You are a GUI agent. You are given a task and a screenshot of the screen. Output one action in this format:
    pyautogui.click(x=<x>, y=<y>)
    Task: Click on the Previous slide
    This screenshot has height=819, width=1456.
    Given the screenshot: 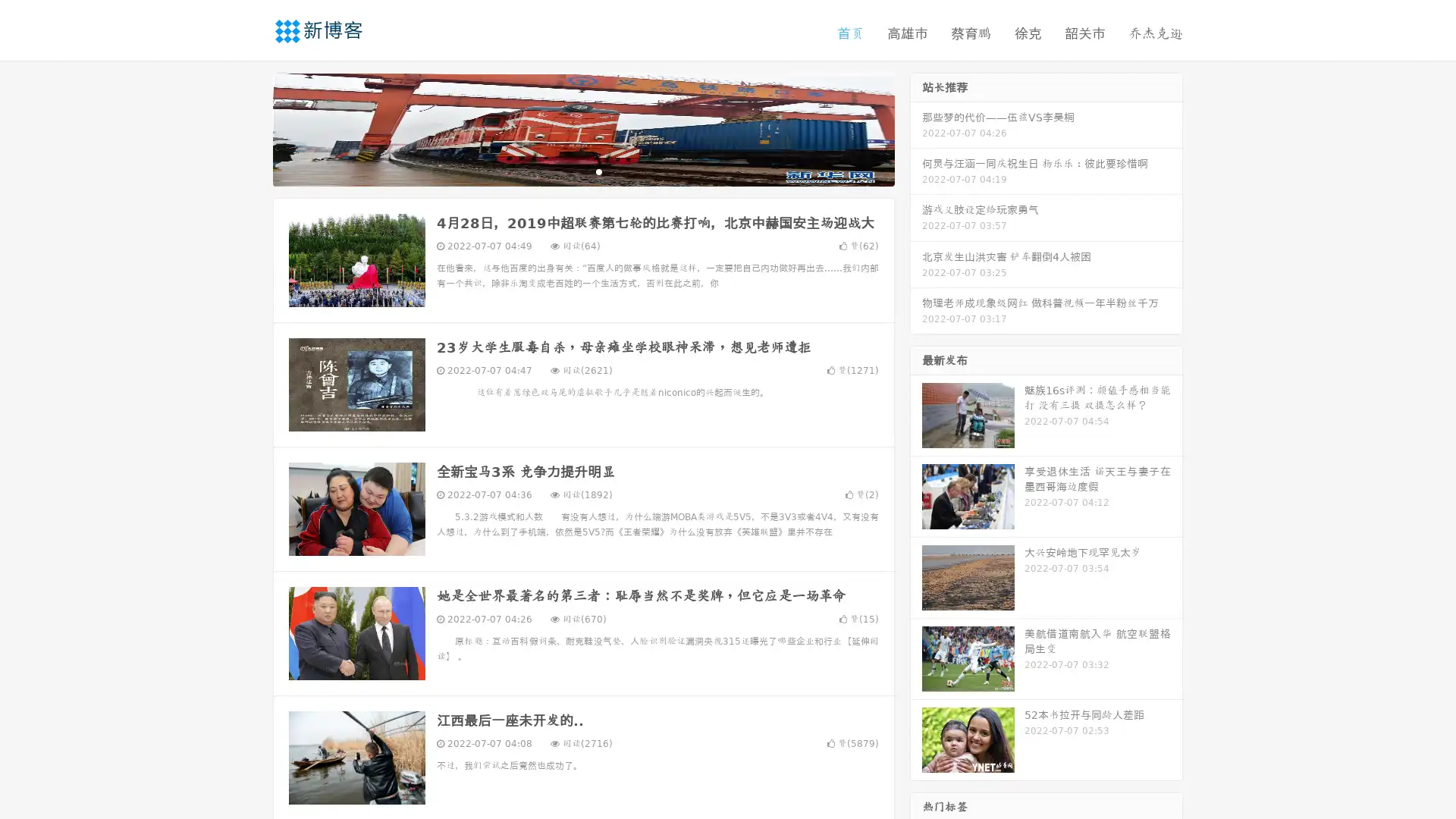 What is the action you would take?
    pyautogui.click(x=250, y=127)
    